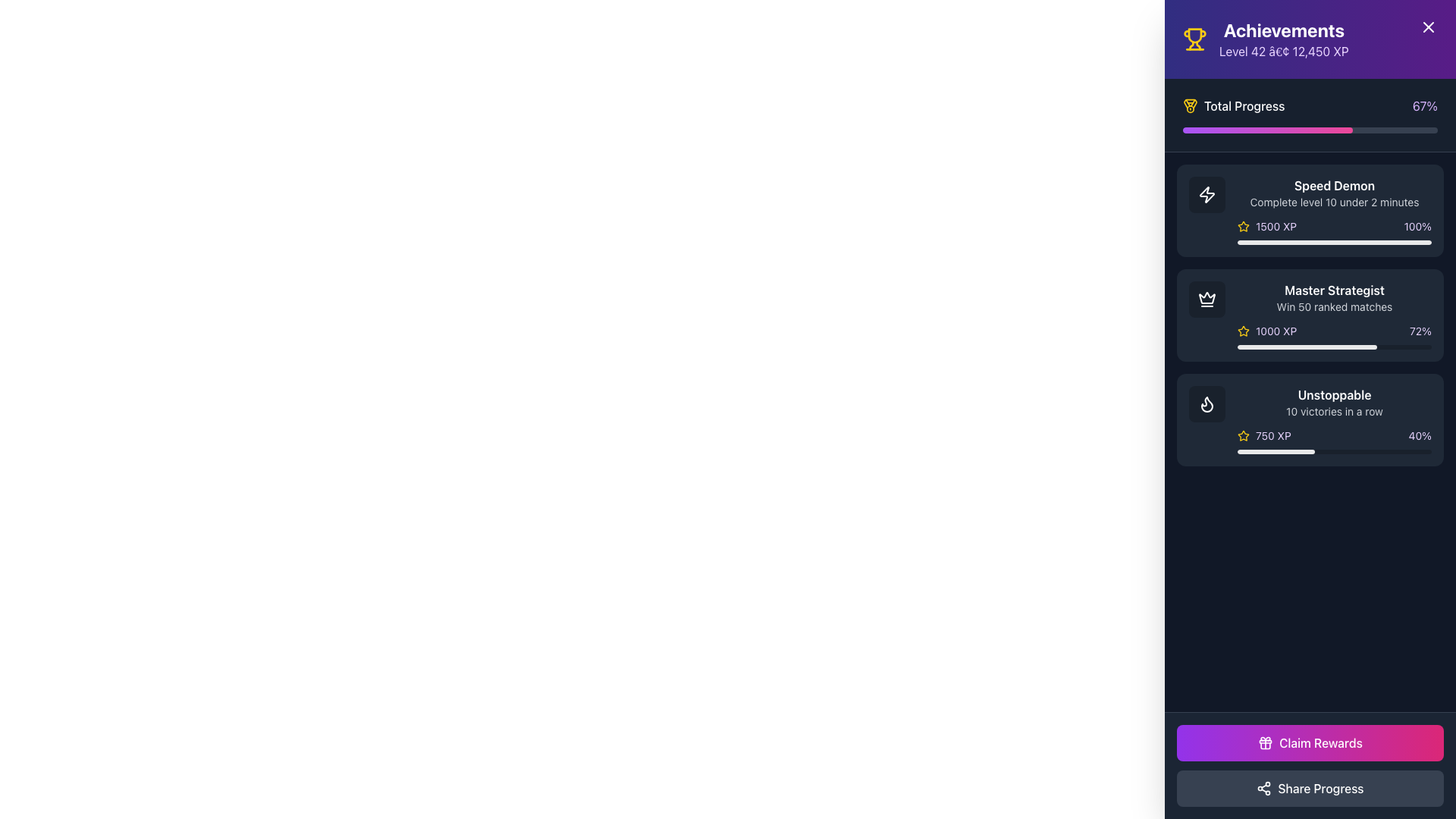 The image size is (1456, 819). I want to click on the 'Claim Rewards' button, which is a gradient button with rounded corners and a gift box icon, to identify its function, so click(1310, 742).